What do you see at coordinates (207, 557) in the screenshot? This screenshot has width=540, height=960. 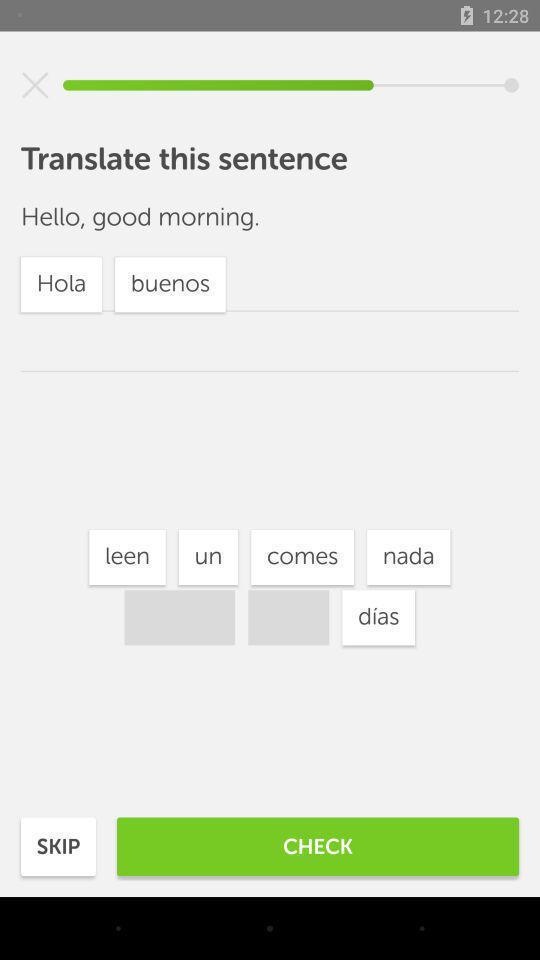 I see `icon above the buenos` at bounding box center [207, 557].